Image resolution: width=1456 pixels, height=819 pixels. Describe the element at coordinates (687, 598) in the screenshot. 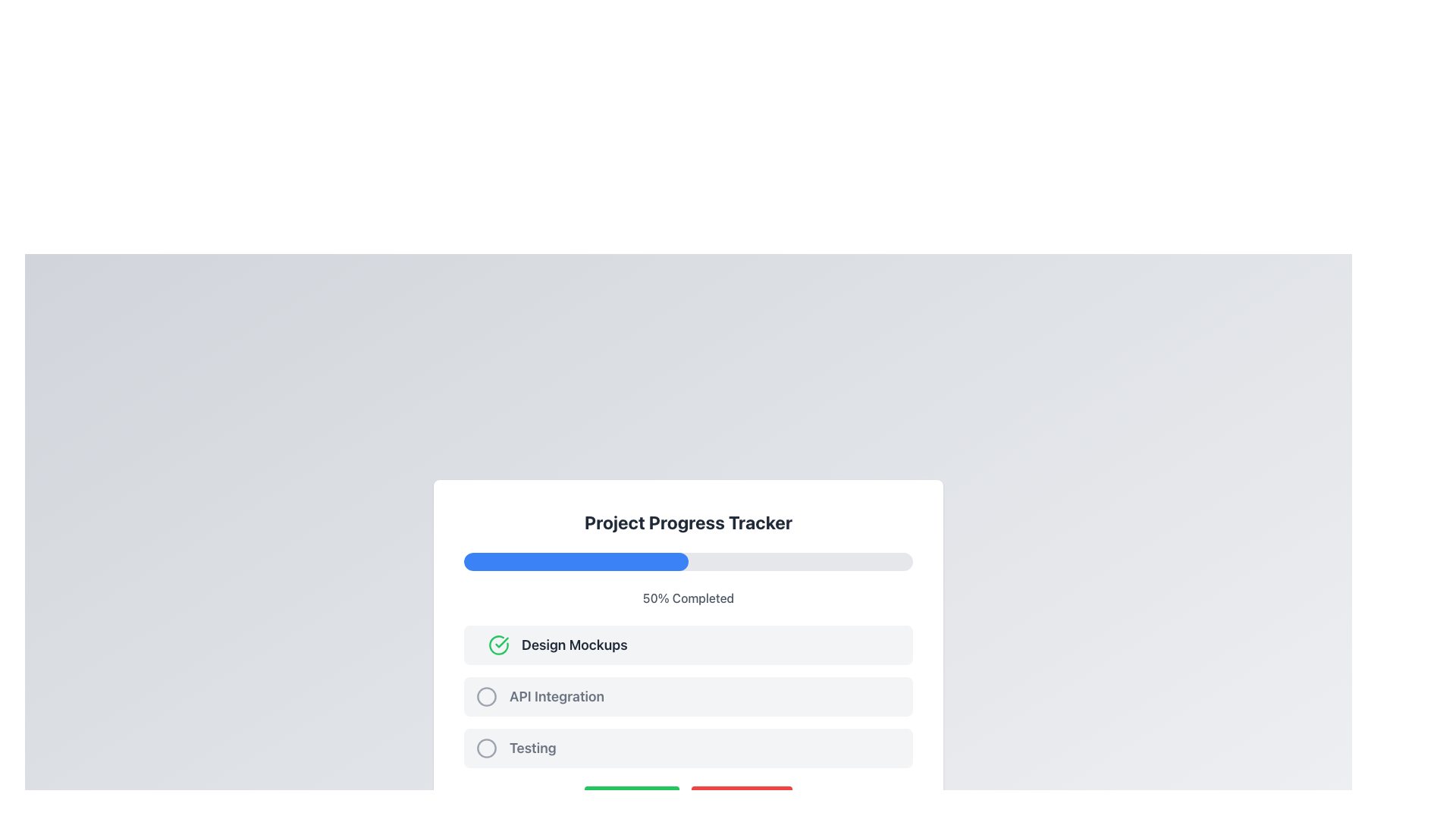

I see `the static text displaying the completion percentage of the project located below the progress bar in the 'Project Progress Tracker' section` at that location.